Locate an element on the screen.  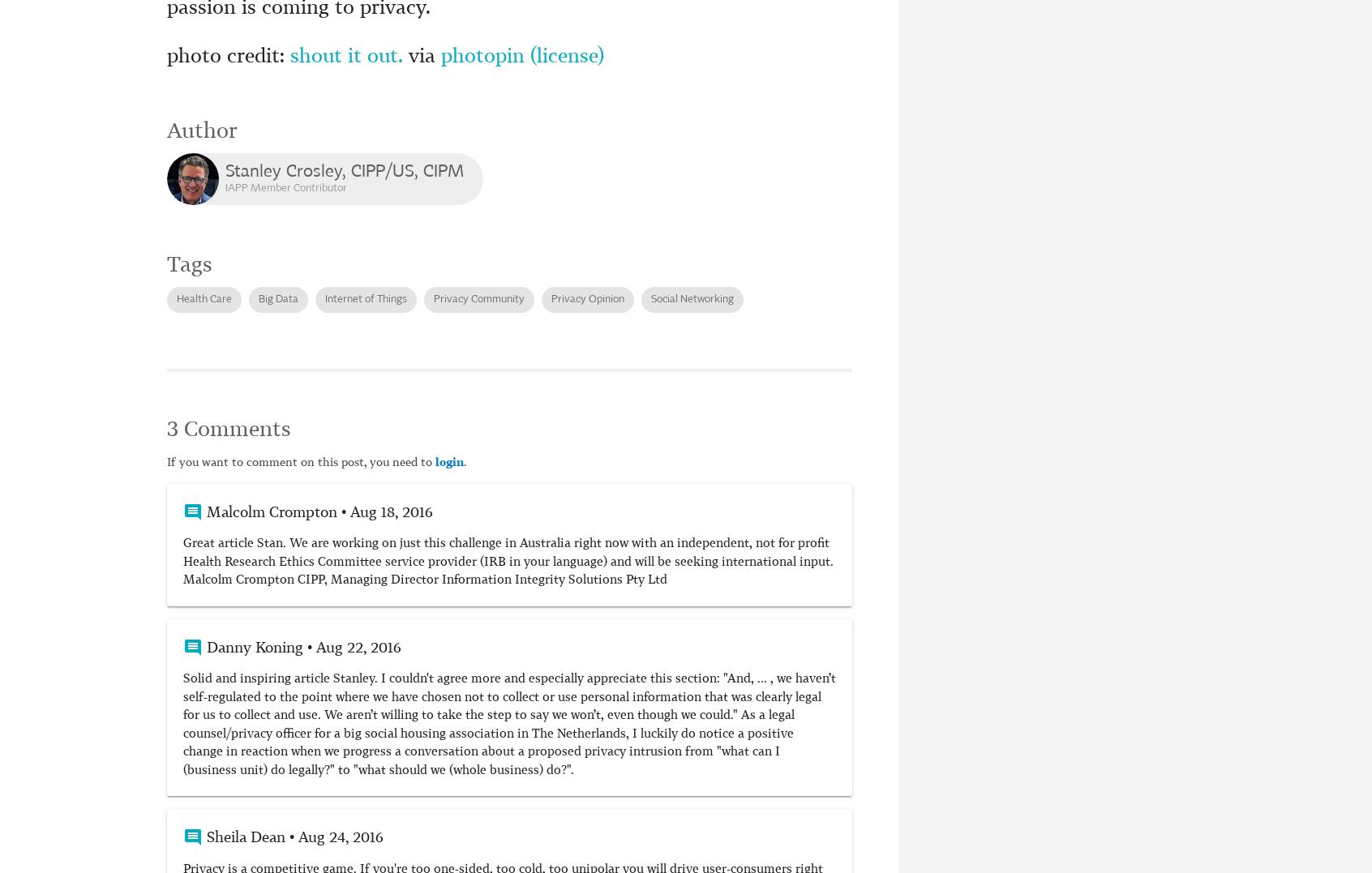
'Big Data' is located at coordinates (277, 297).